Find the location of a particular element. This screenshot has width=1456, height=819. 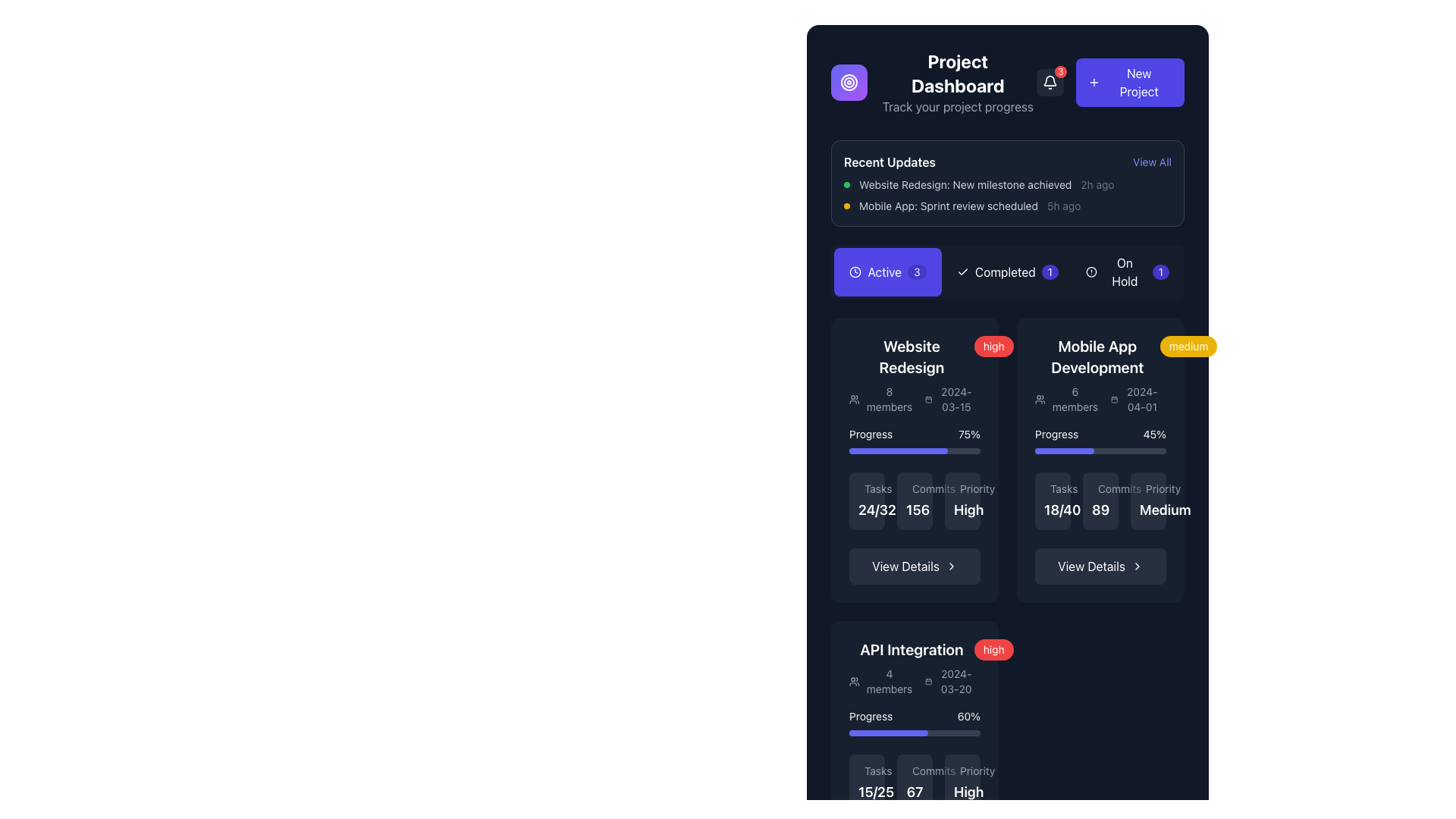

the icon located on the left side of the 'Project Dashboard' header section, positioned before the title text is located at coordinates (848, 82).